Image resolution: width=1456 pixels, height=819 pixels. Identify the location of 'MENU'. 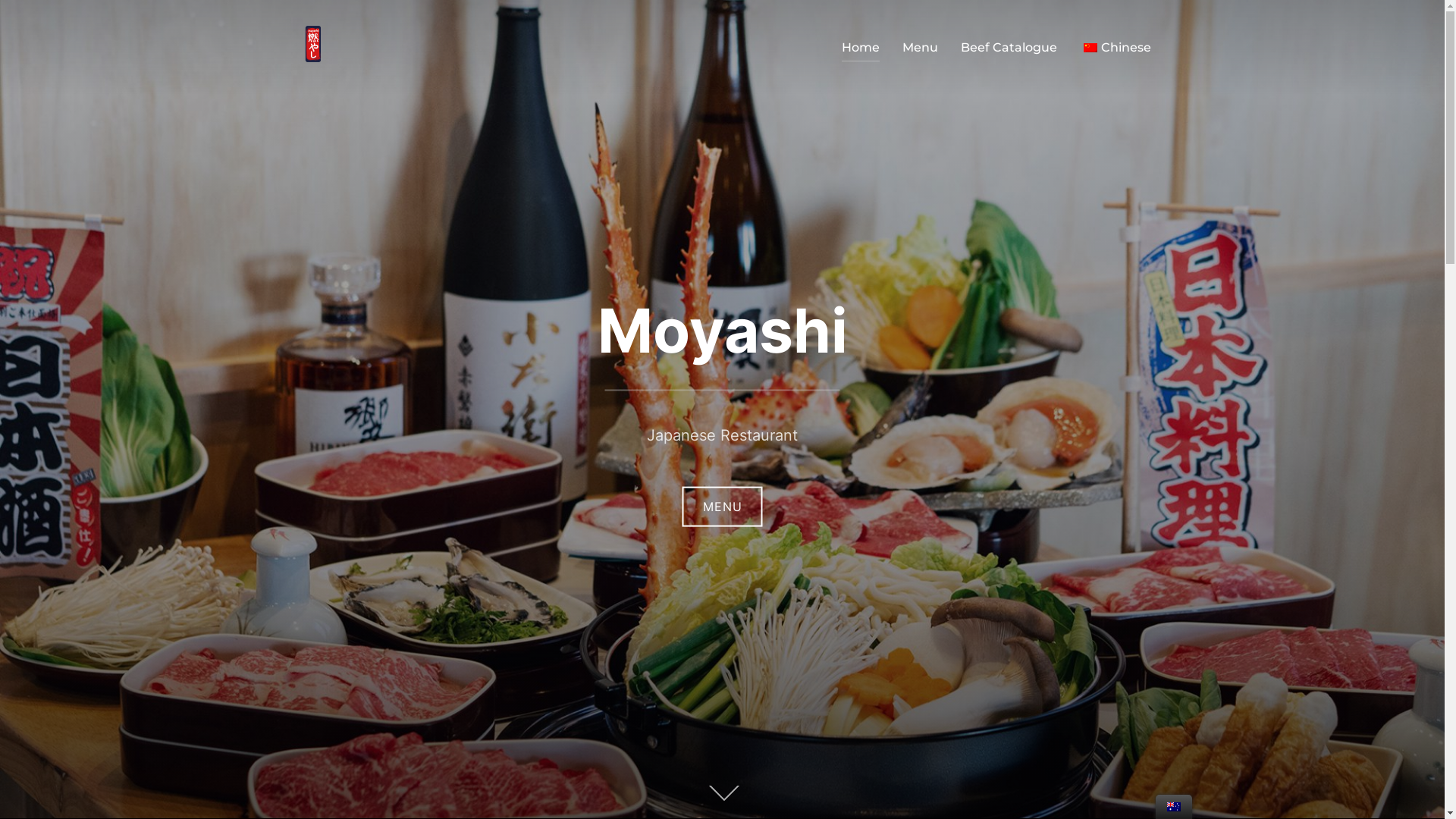
(722, 507).